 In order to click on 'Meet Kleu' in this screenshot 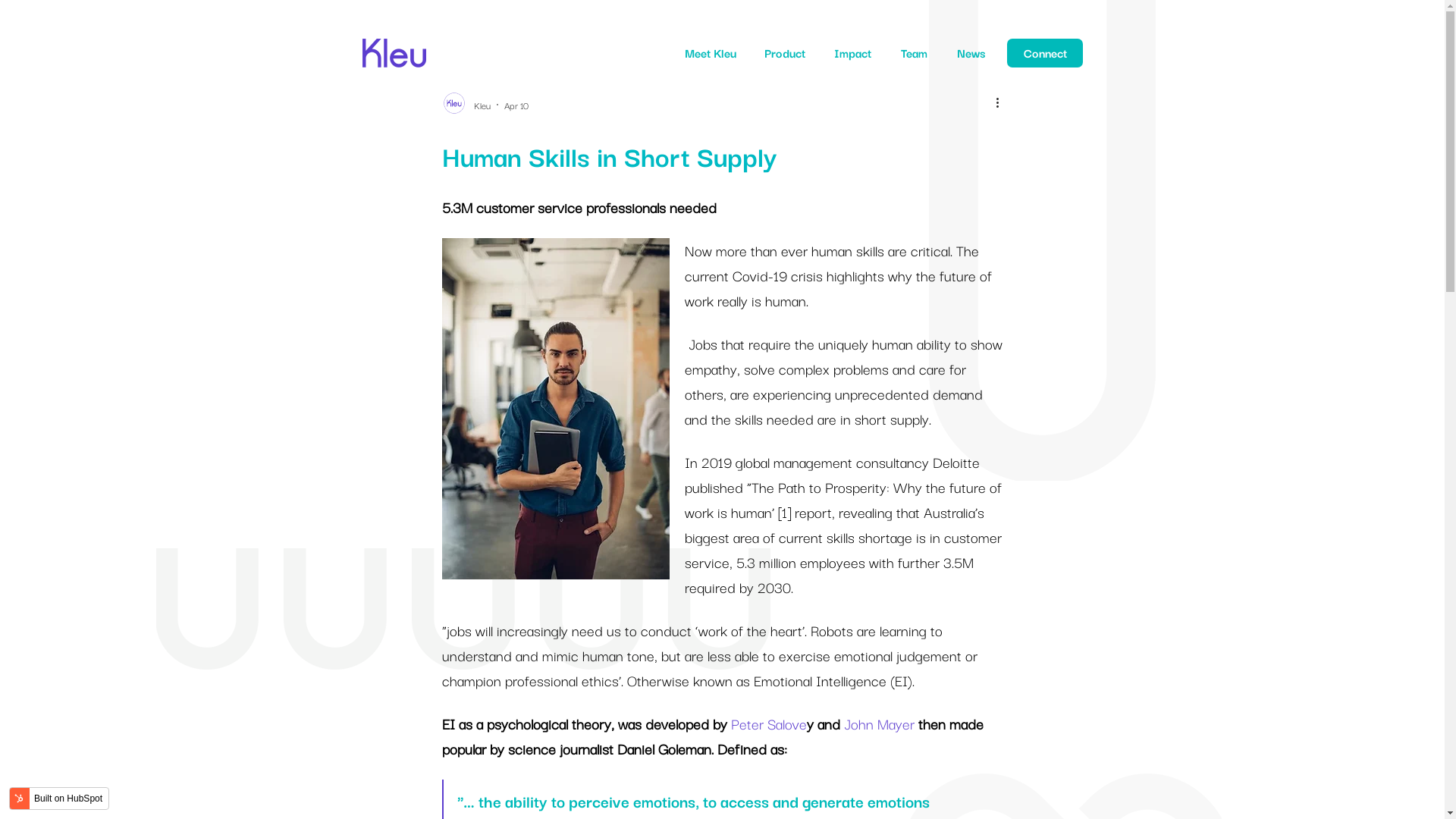, I will do `click(709, 52)`.